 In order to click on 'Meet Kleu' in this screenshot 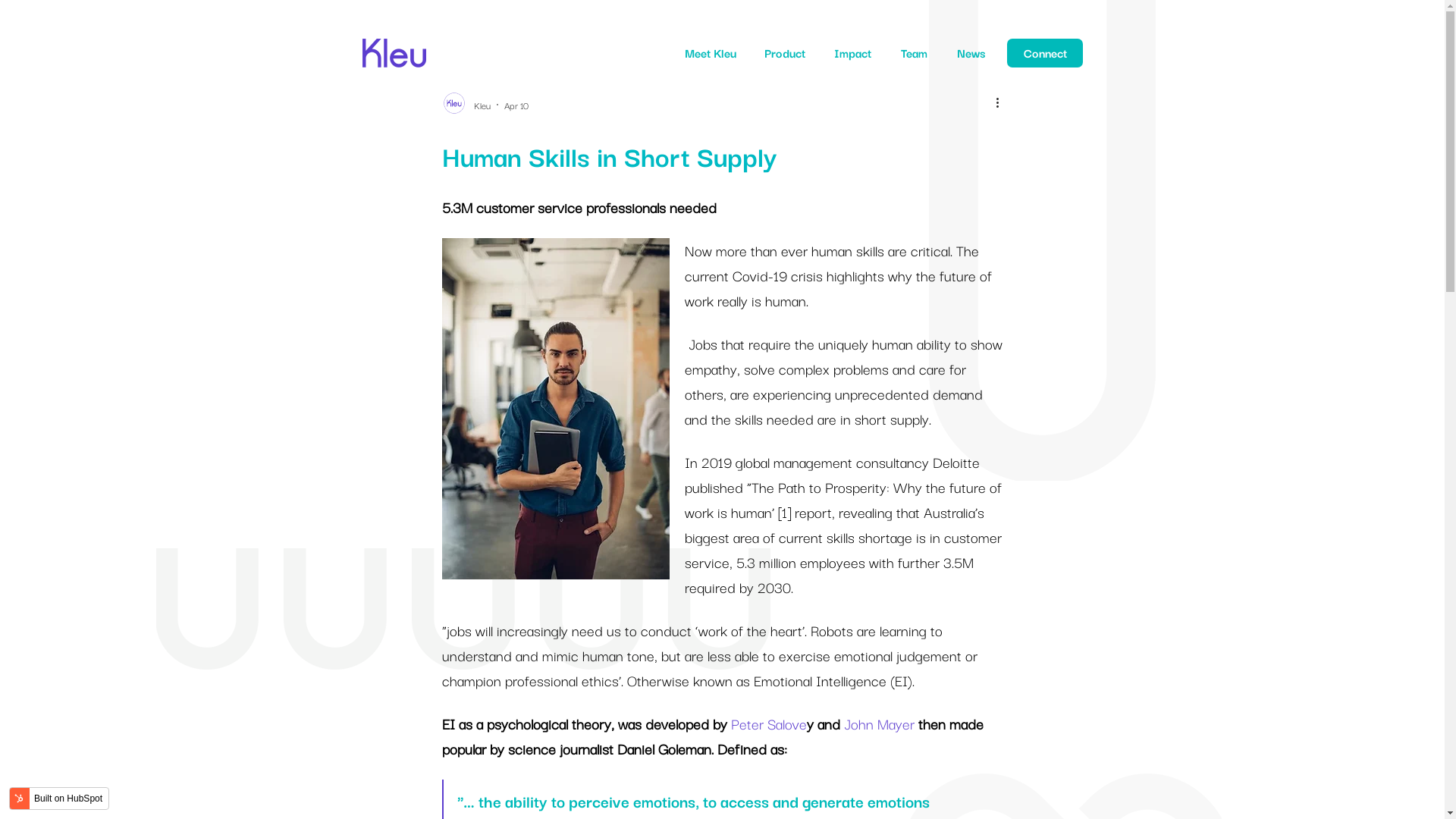, I will do `click(709, 52)`.